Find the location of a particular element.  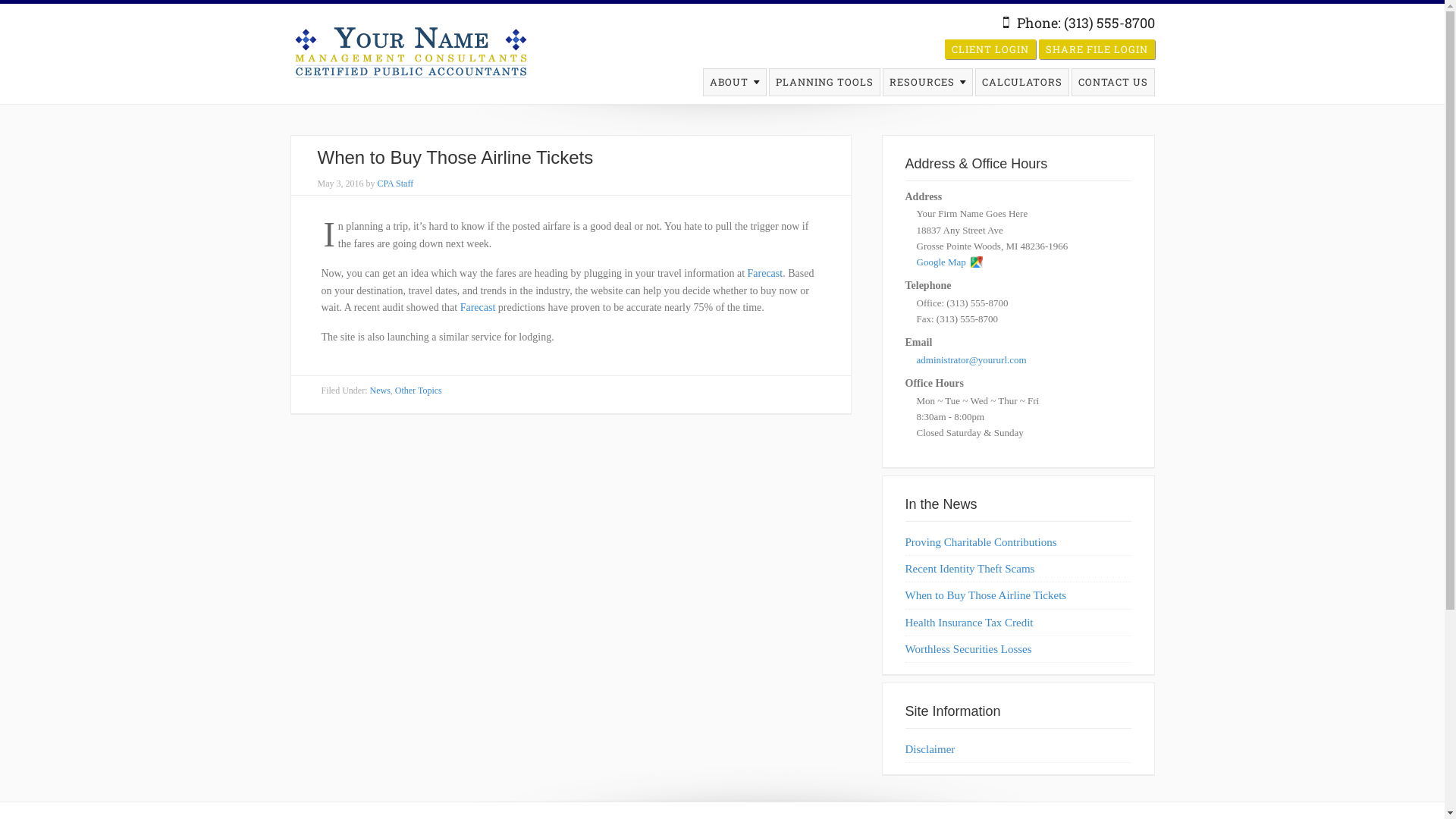

'RESOURCES' is located at coordinates (920, 82).